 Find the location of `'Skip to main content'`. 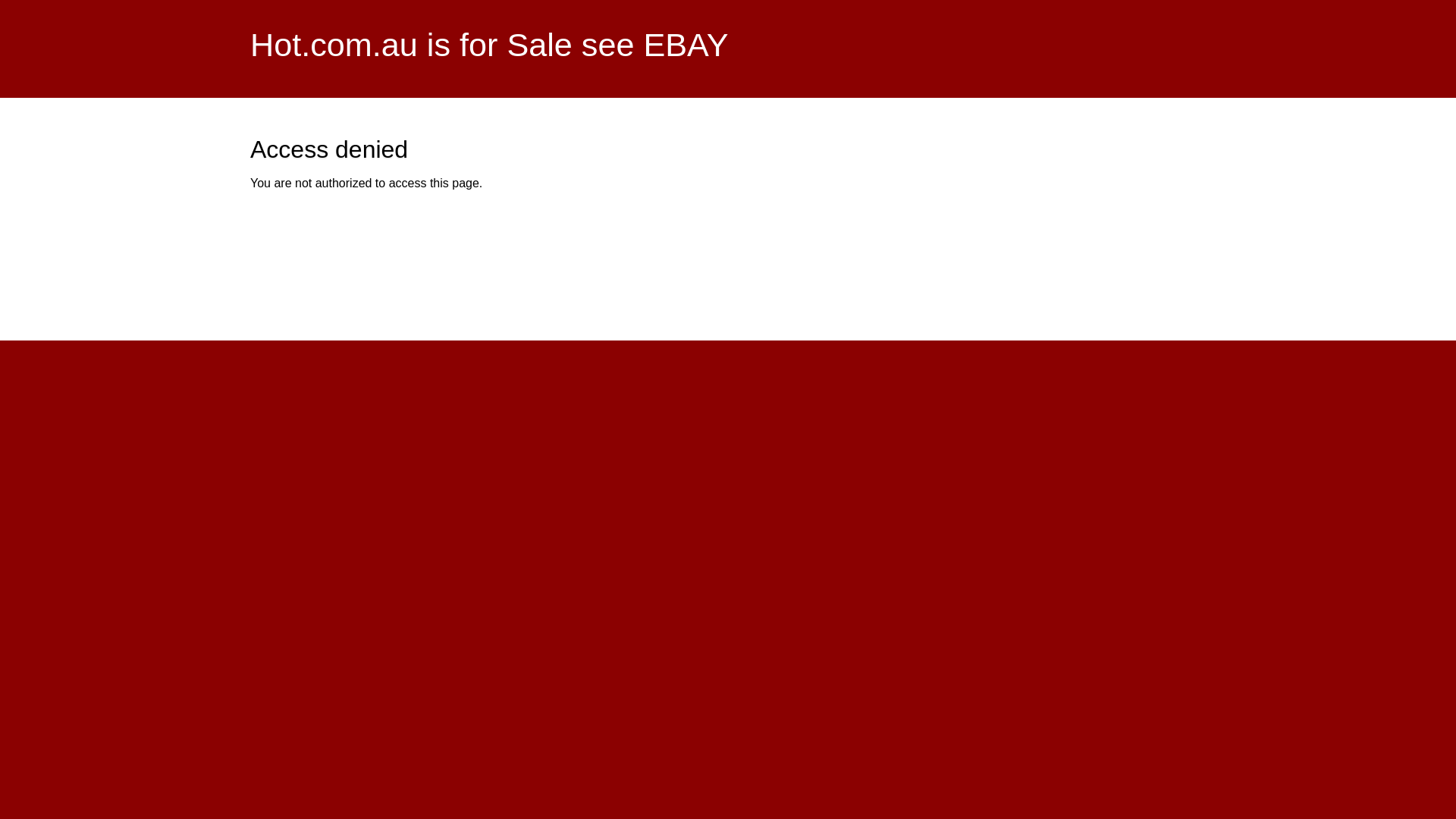

'Skip to main content' is located at coordinates (689, 2).